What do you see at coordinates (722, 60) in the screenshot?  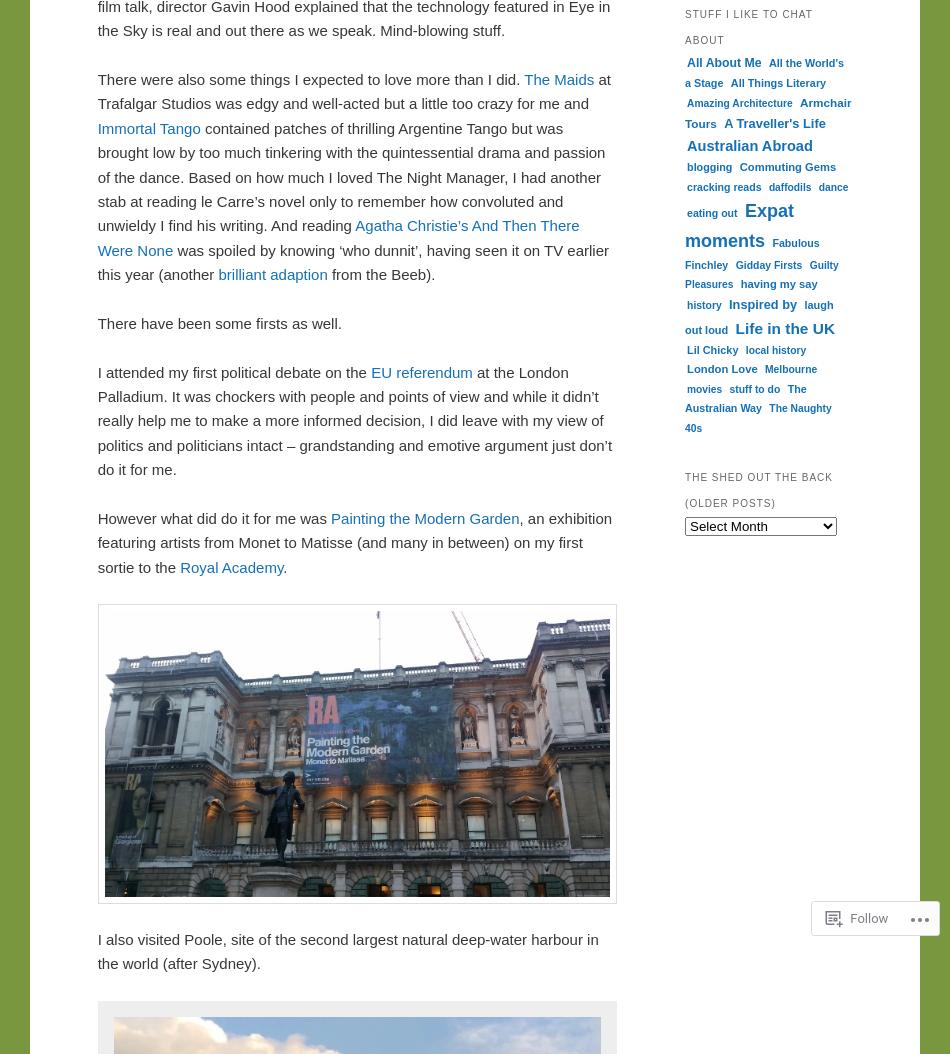 I see `'All About Me'` at bounding box center [722, 60].